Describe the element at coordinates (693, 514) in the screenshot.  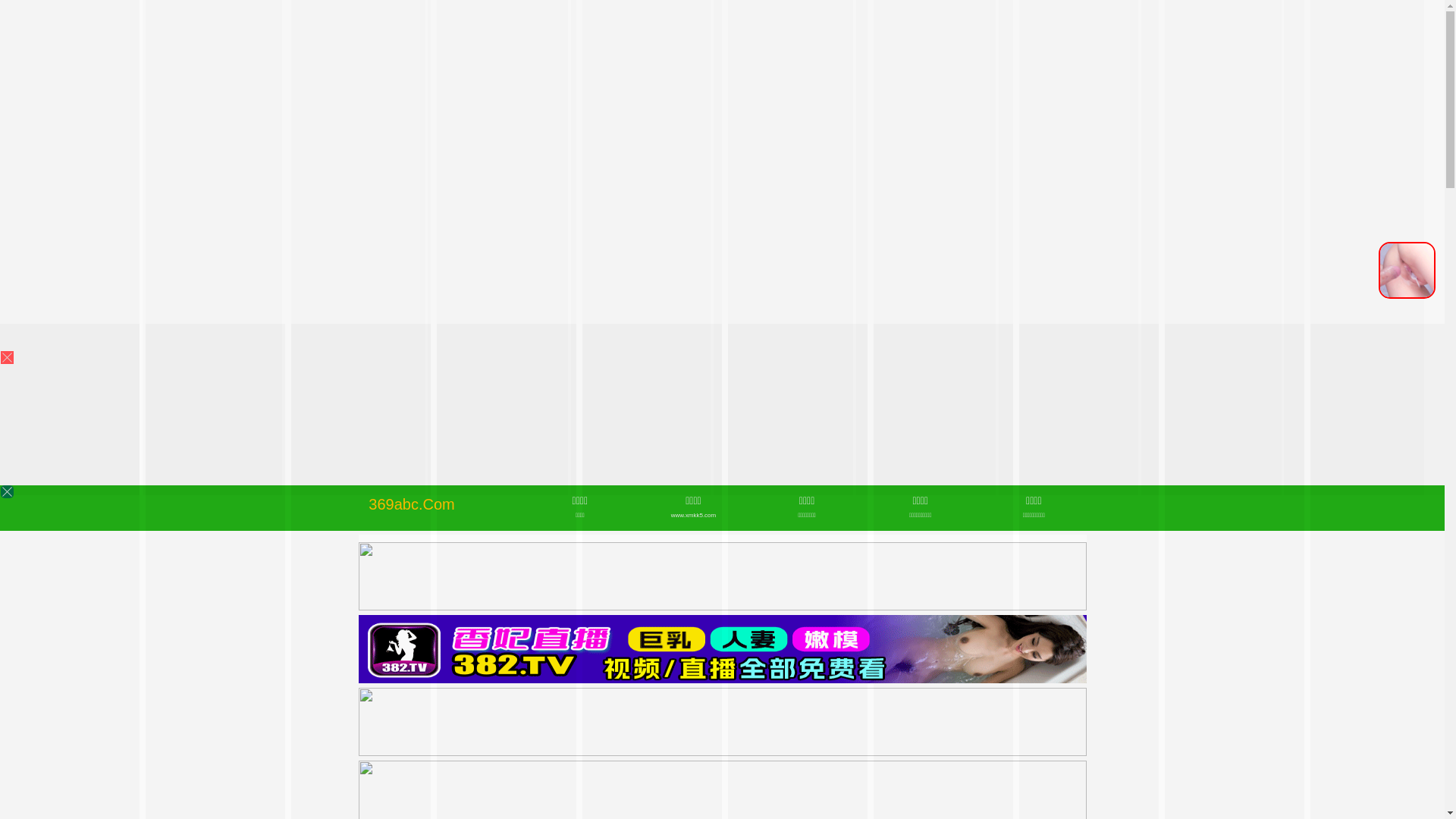
I see `'www.xmkk5.com'` at that location.